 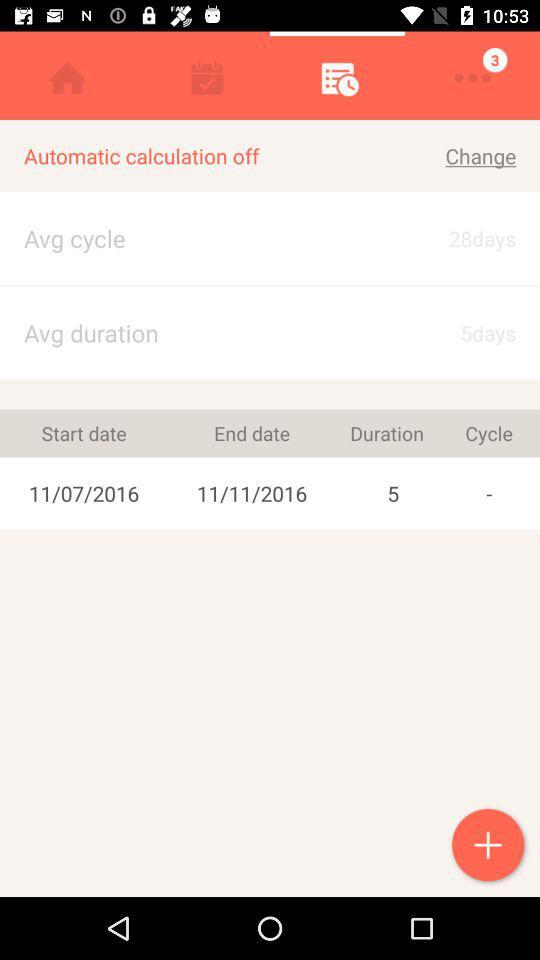 What do you see at coordinates (83, 433) in the screenshot?
I see `the start date` at bounding box center [83, 433].